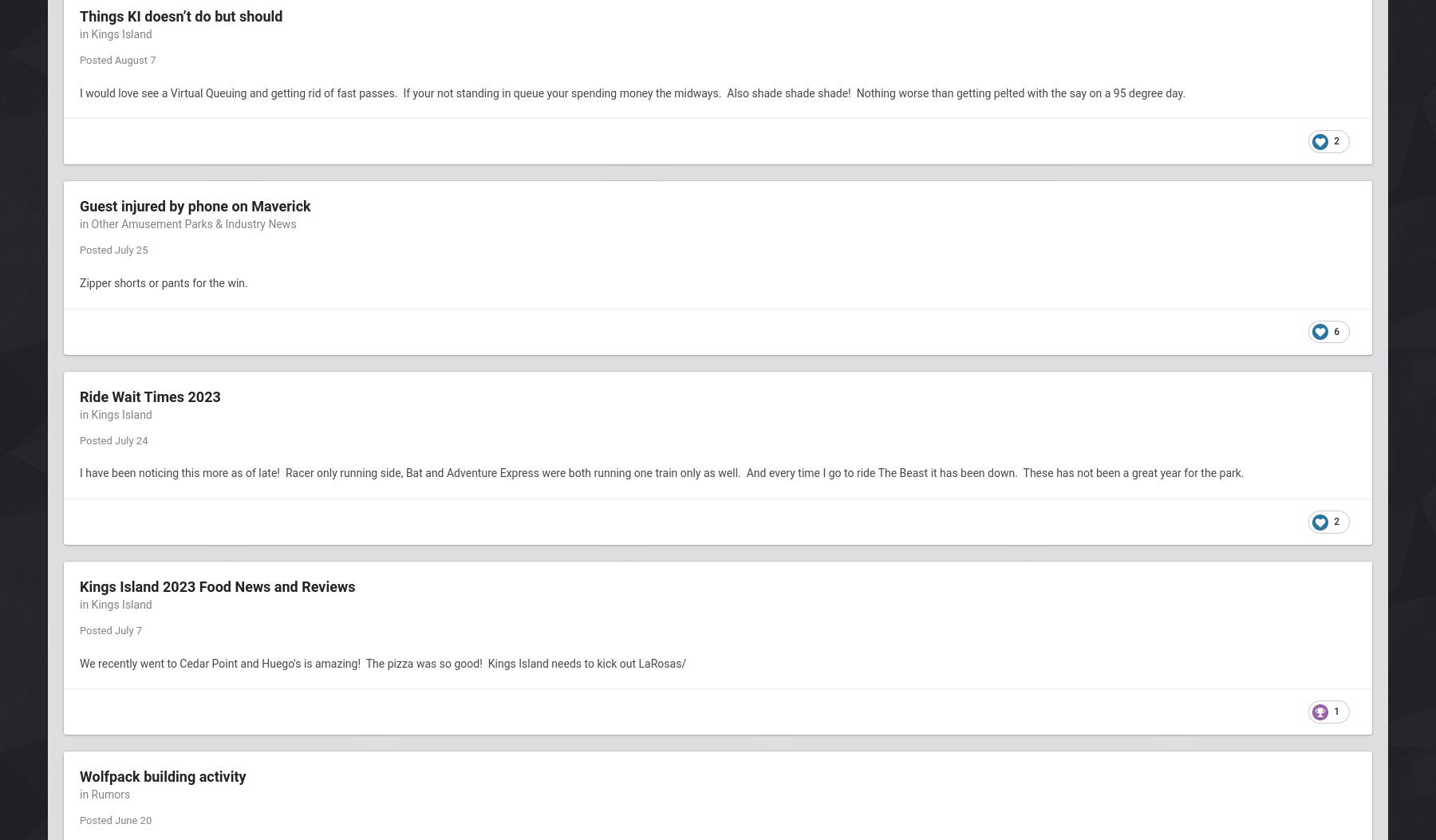 This screenshot has height=840, width=1436. I want to click on 'Ride Wait Times 2023', so click(79, 396).